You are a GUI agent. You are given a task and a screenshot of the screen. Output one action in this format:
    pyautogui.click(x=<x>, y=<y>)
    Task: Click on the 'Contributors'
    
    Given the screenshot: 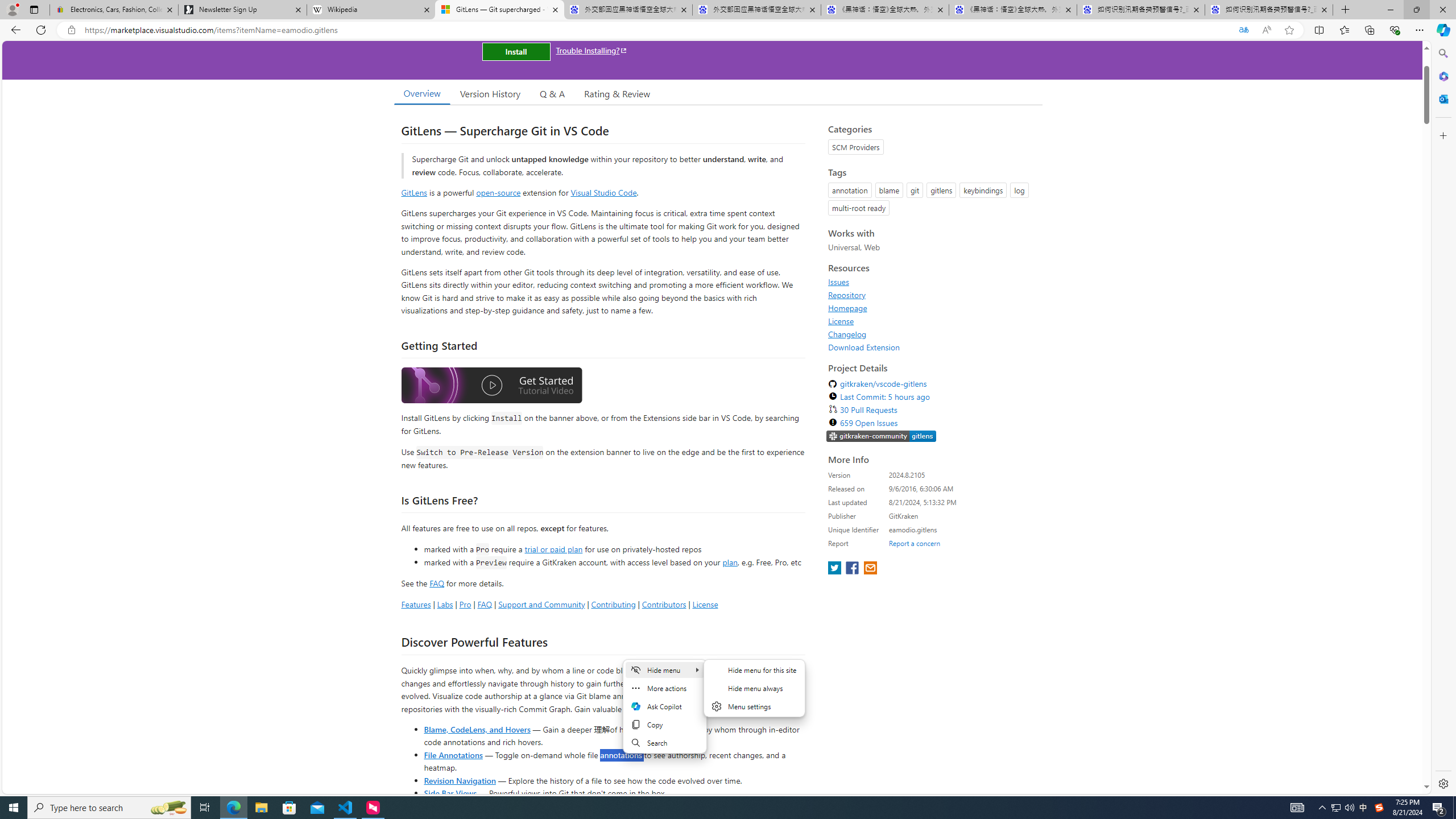 What is the action you would take?
    pyautogui.click(x=663, y=603)
    